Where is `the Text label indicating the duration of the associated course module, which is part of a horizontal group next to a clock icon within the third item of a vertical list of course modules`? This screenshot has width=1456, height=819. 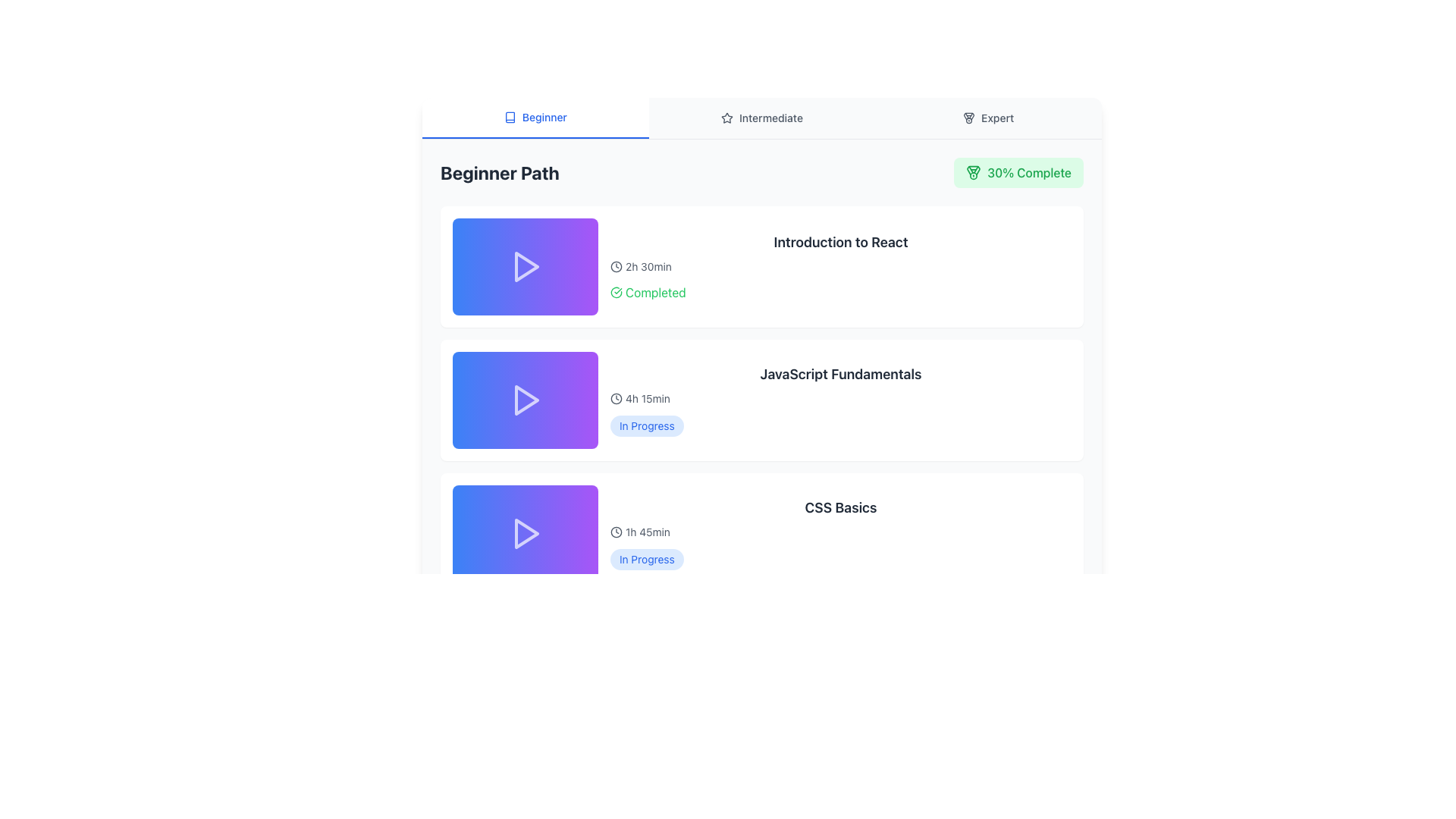
the Text label indicating the duration of the associated course module, which is part of a horizontal group next to a clock icon within the third item of a vertical list of course modules is located at coordinates (648, 532).